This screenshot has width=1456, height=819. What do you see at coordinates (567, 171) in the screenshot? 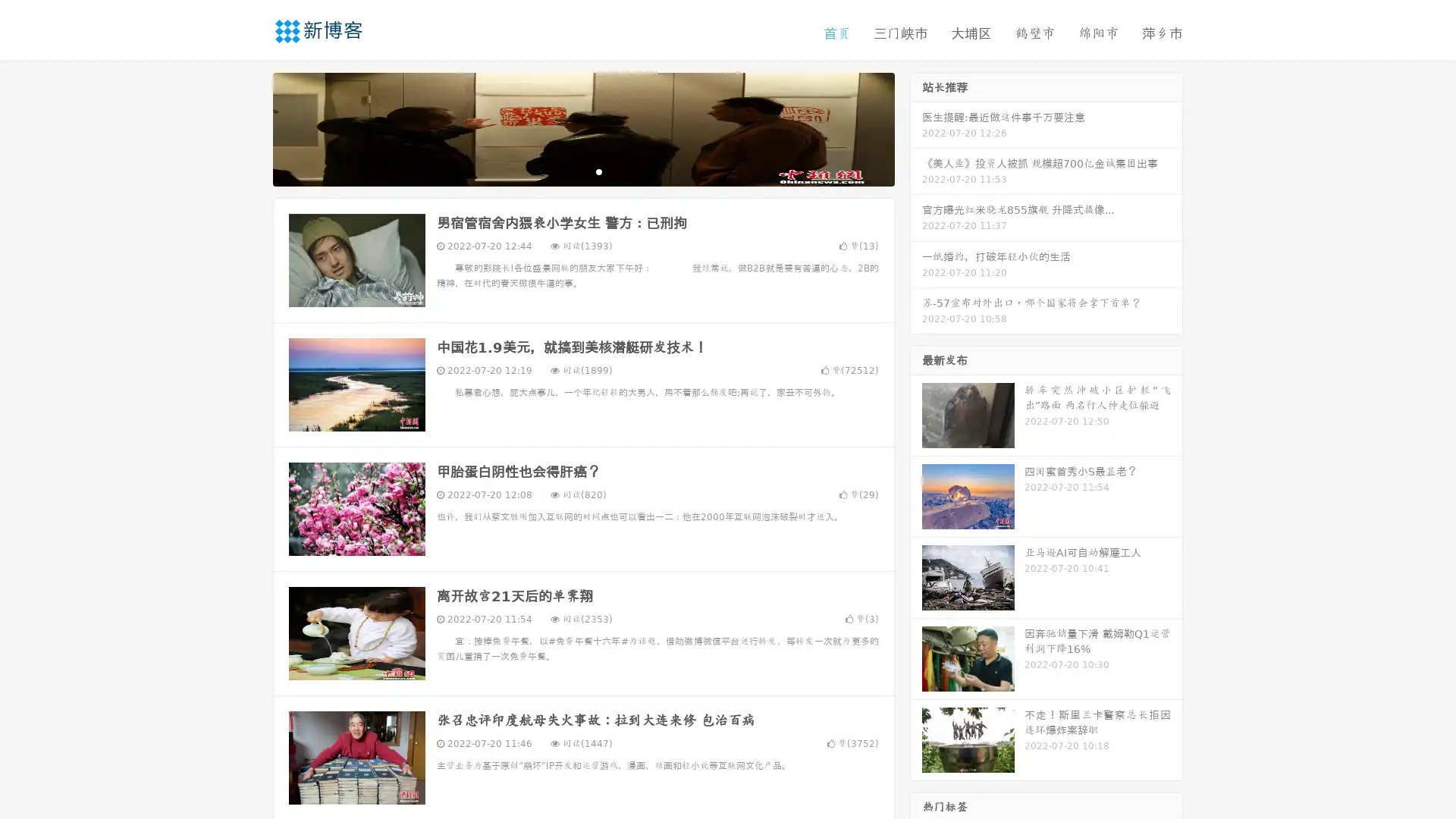
I see `Go to slide 1` at bounding box center [567, 171].